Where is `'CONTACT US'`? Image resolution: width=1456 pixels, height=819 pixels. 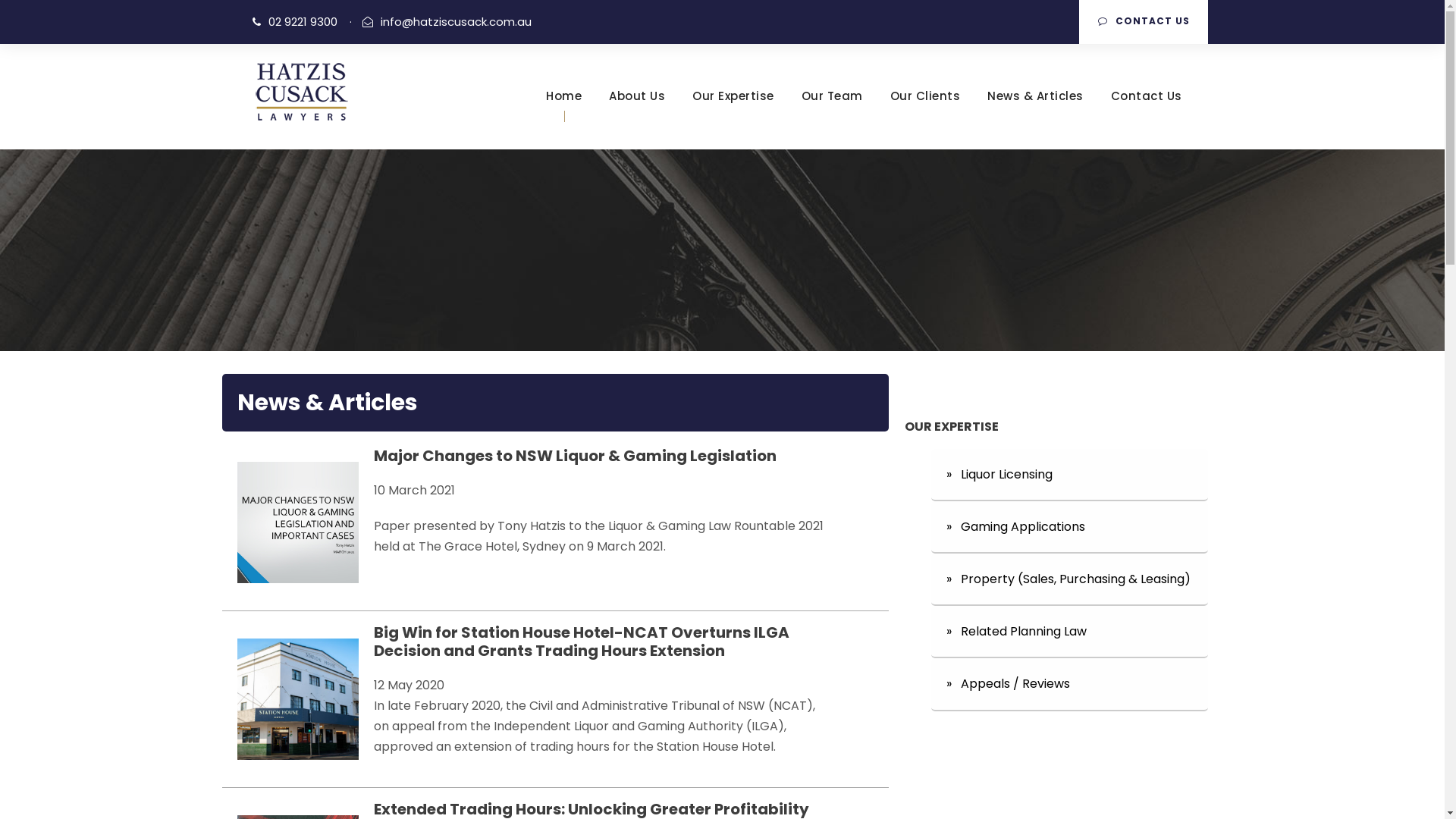
'CONTACT US' is located at coordinates (1143, 22).